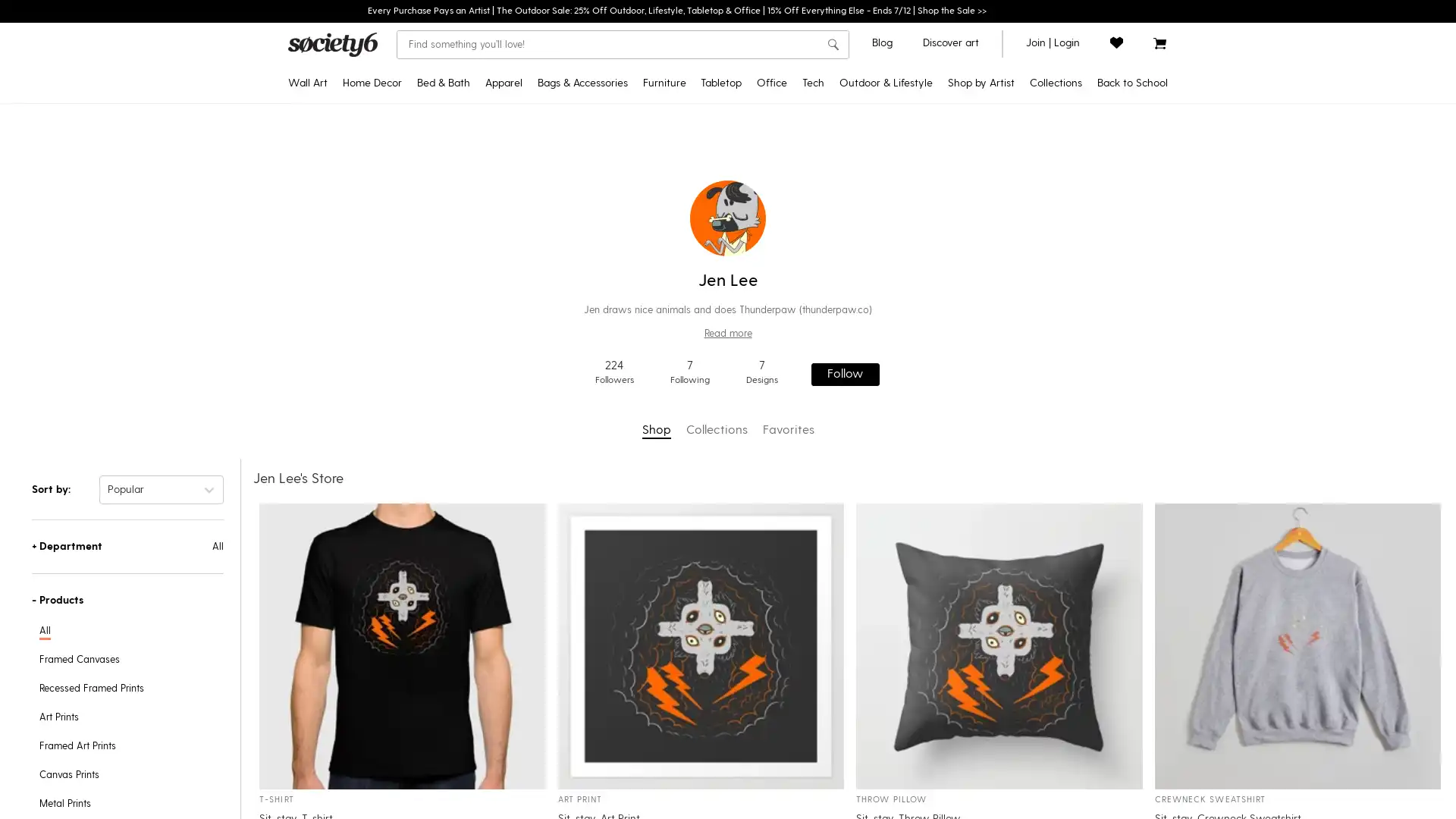 The width and height of the screenshot is (1456, 819). I want to click on Sun Shades, so click(907, 463).